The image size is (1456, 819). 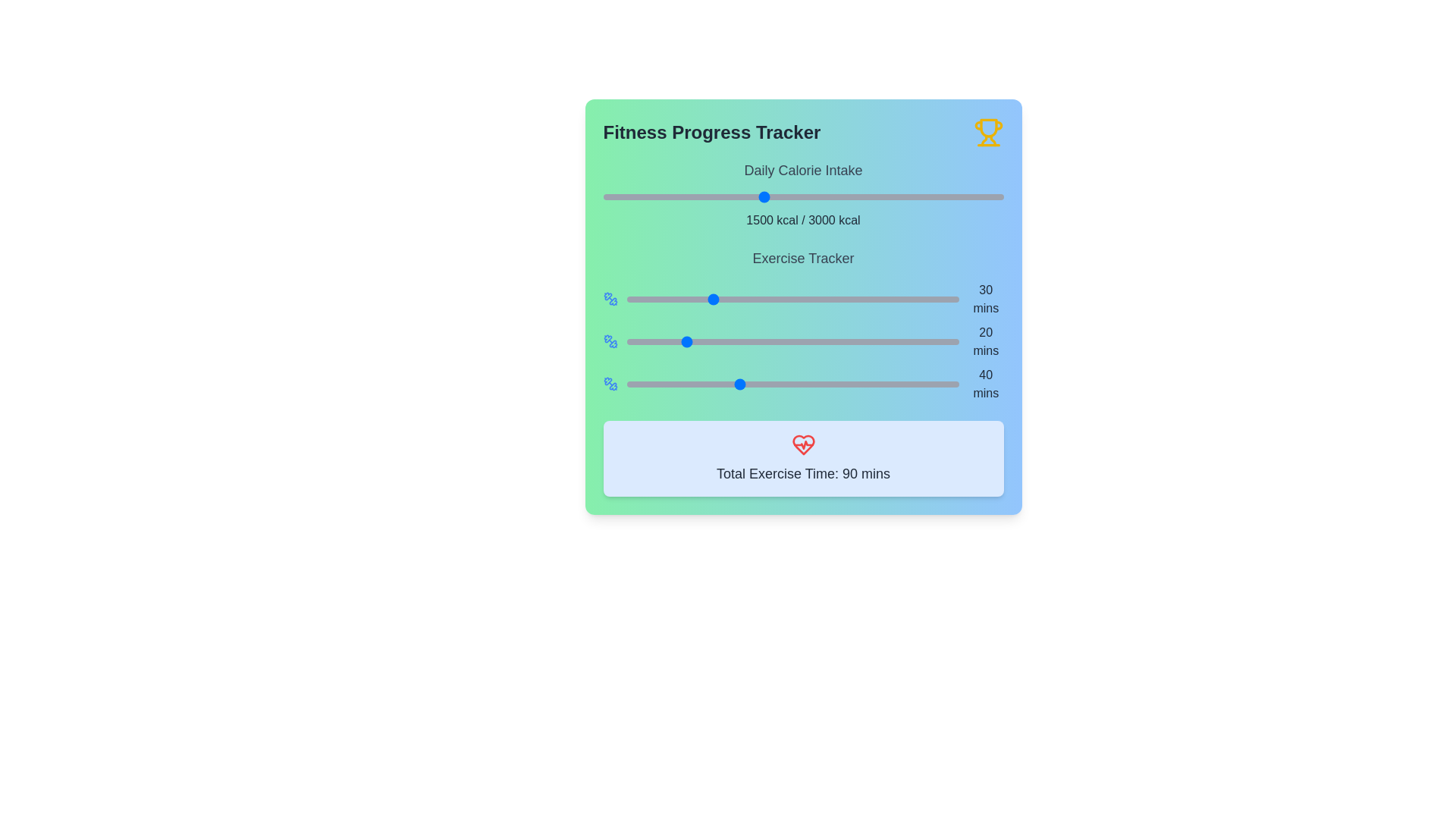 What do you see at coordinates (743, 299) in the screenshot?
I see `the exercise time` at bounding box center [743, 299].